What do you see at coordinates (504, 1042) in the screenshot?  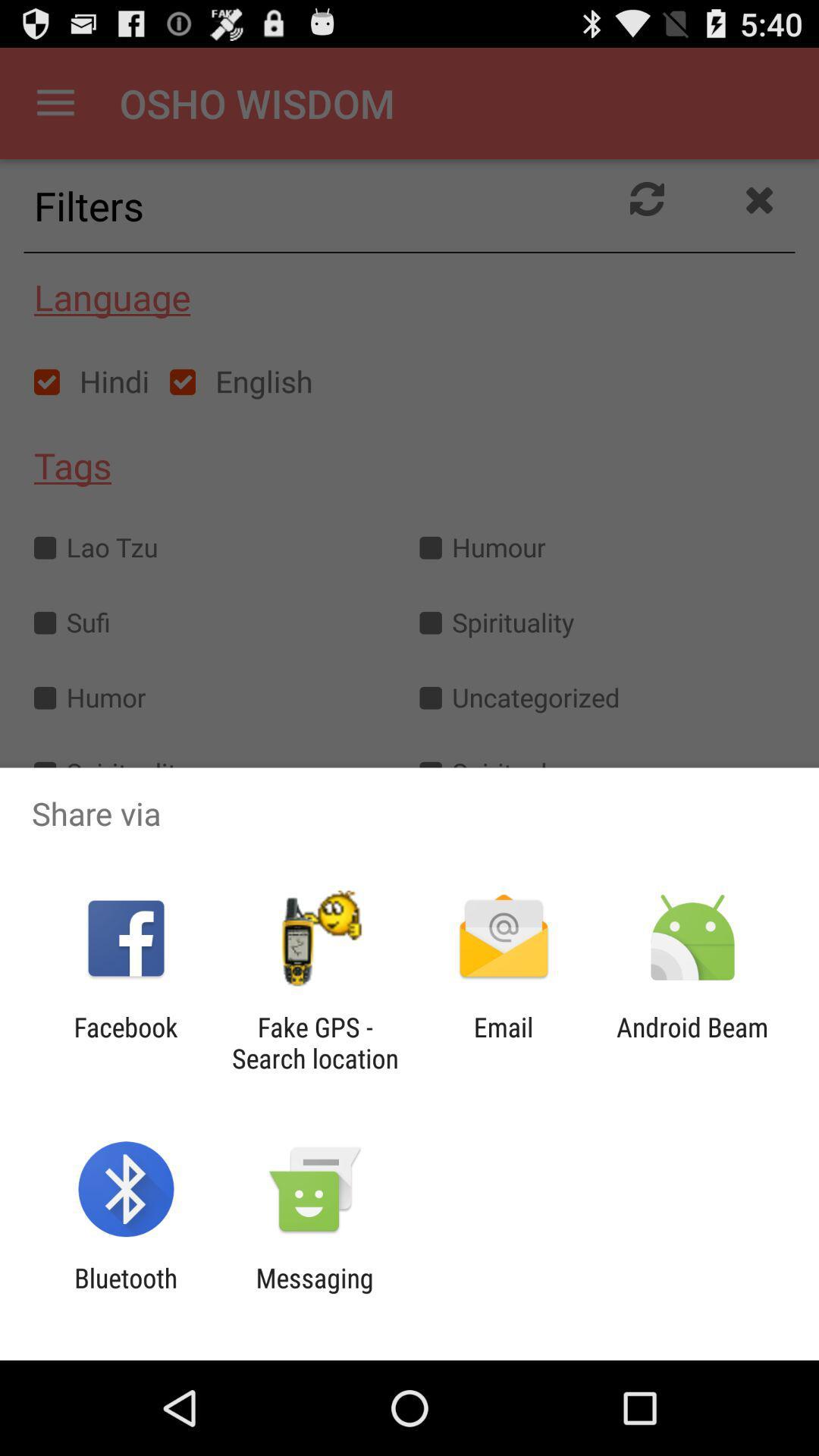 I see `the email` at bounding box center [504, 1042].